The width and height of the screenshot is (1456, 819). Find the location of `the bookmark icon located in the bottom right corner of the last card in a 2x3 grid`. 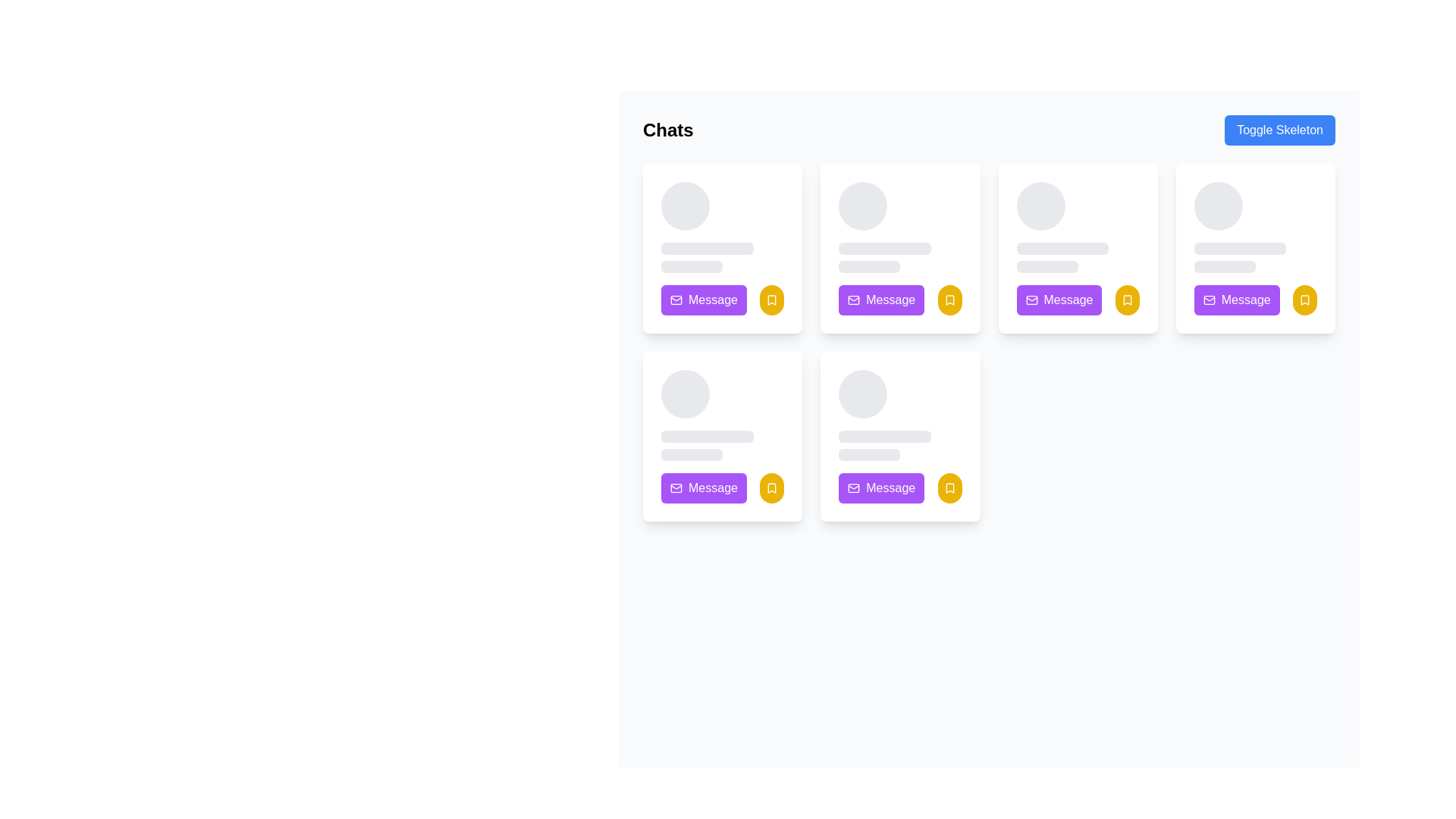

the bookmark icon located in the bottom right corner of the last card in a 2x3 grid is located at coordinates (949, 488).